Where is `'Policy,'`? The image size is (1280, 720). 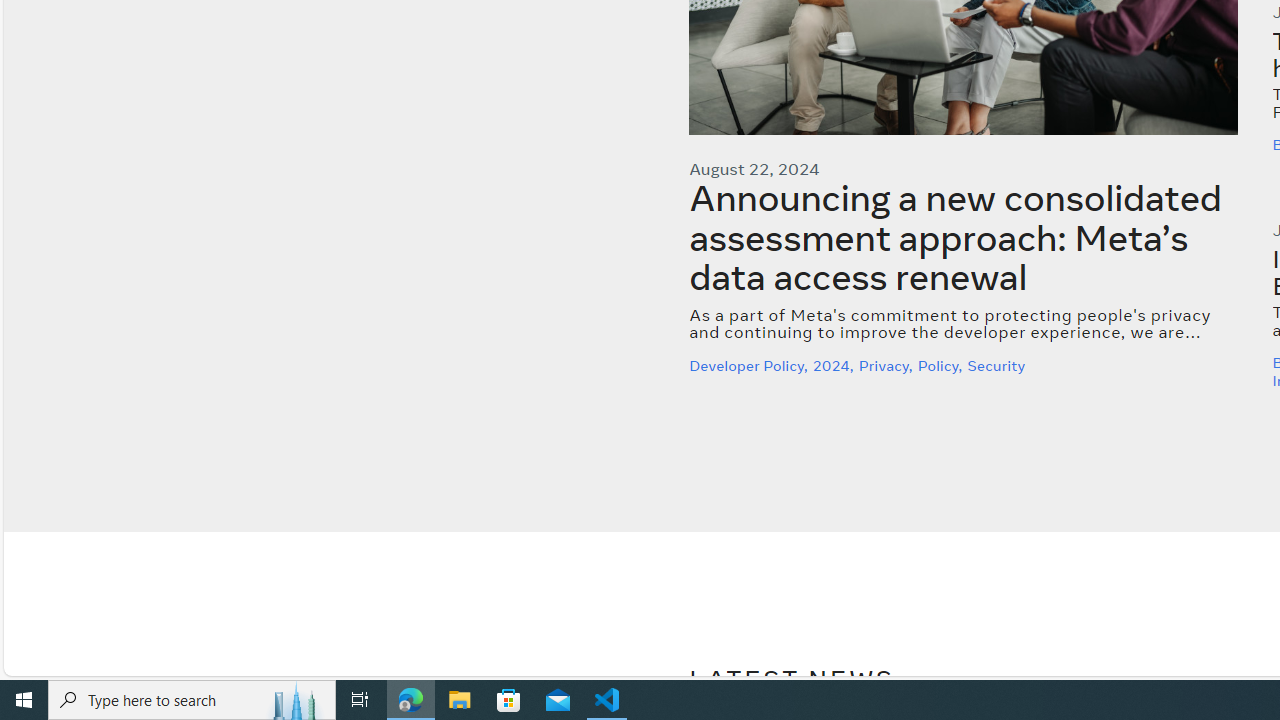
'Policy,' is located at coordinates (941, 365).